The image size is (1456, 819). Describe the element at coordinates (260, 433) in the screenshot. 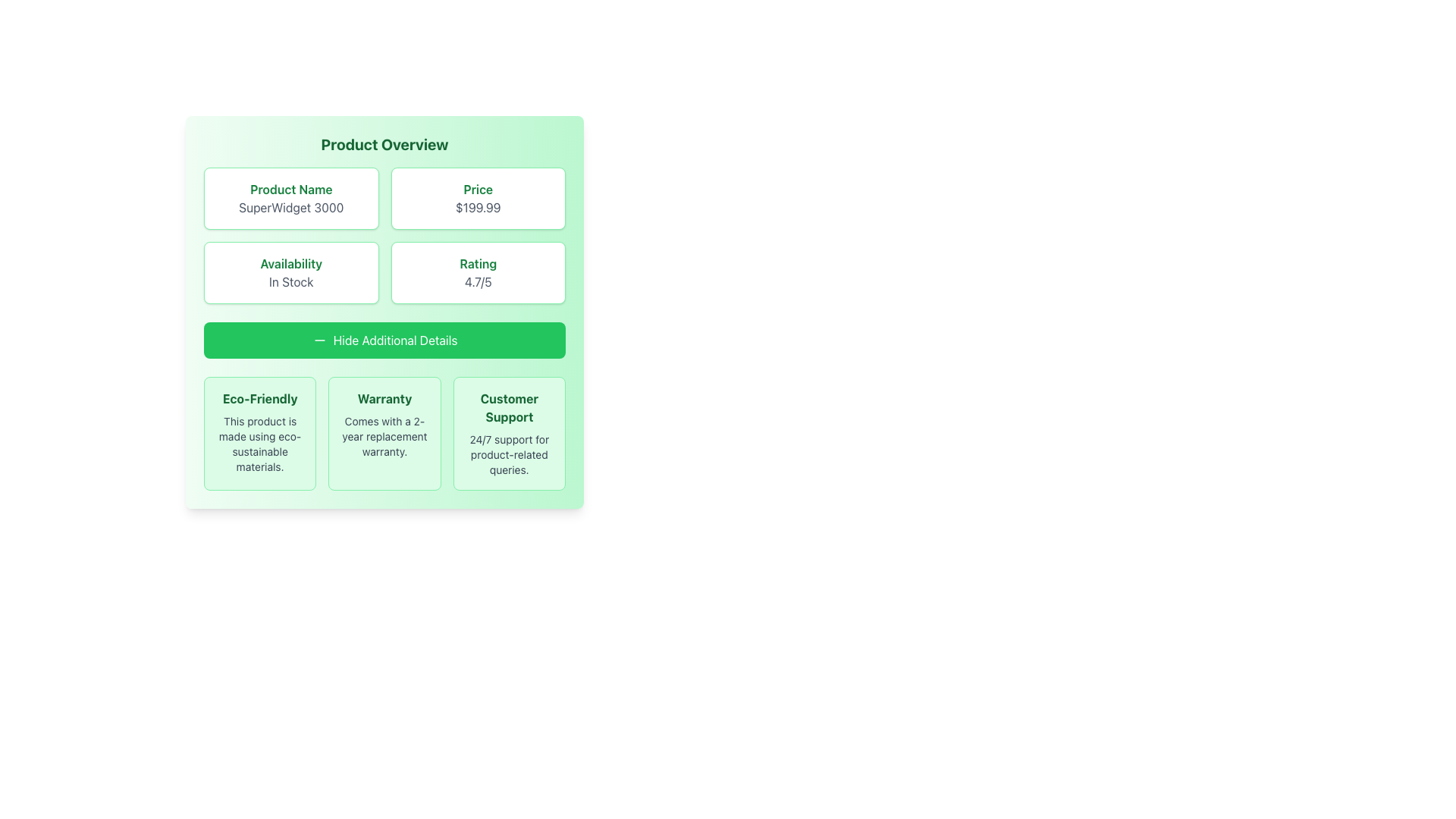

I see `displayed text from the Informative Card about the product's eco-friendly attributes, which is the first card in the 'Product Overview' section` at that location.